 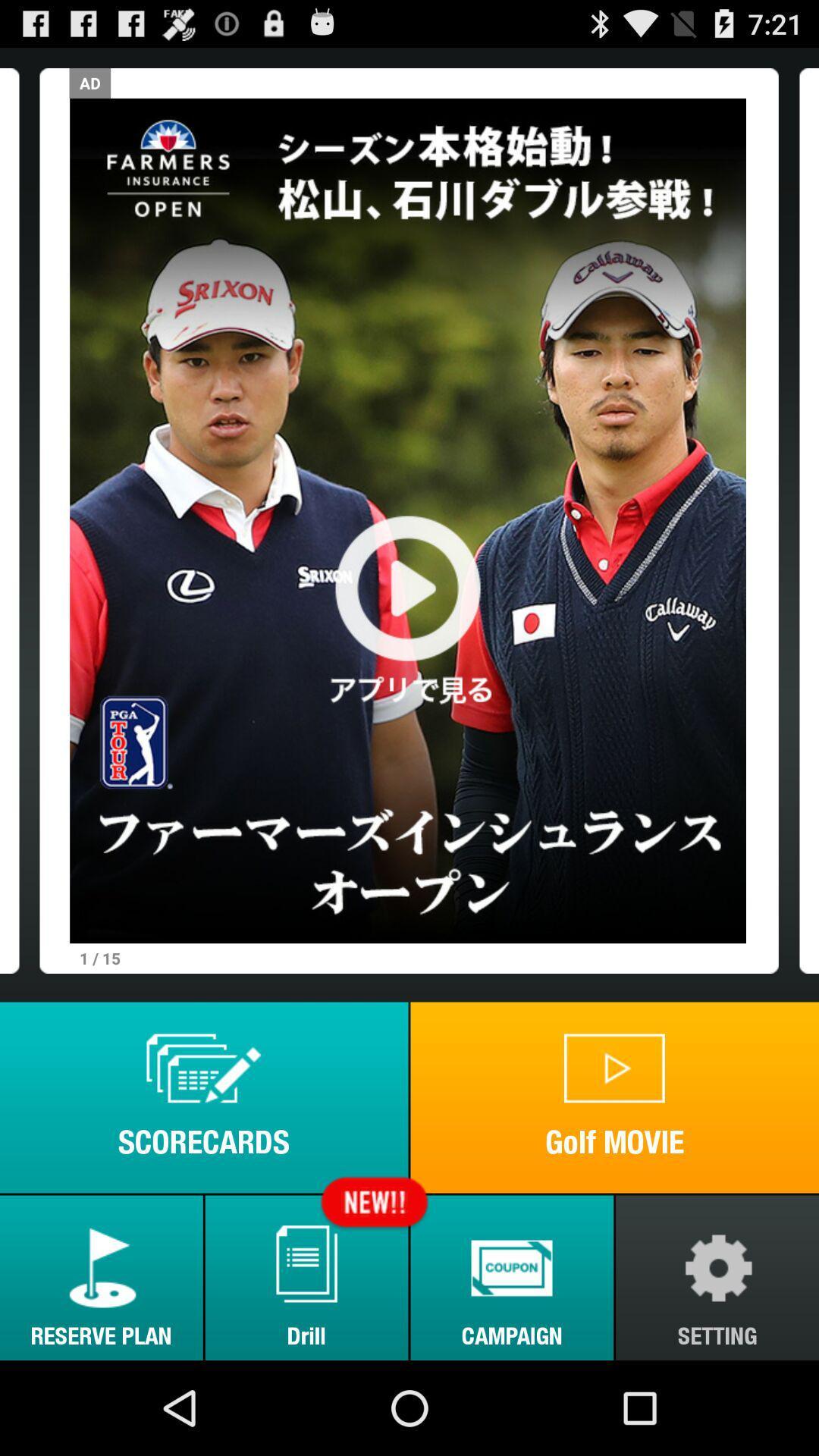 I want to click on the campaign button, so click(x=512, y=1277).